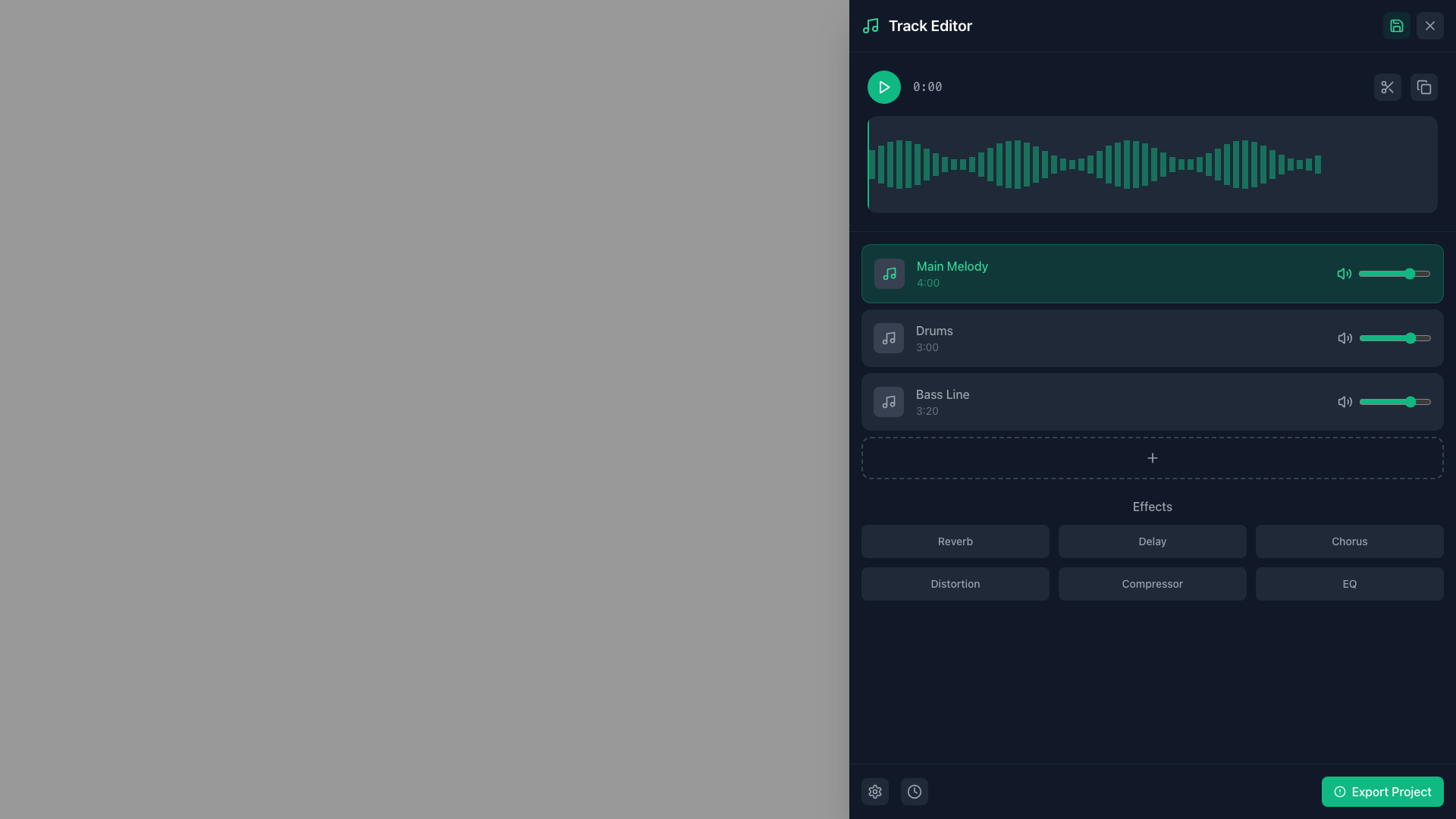  I want to click on the slider value, so click(1399, 400).